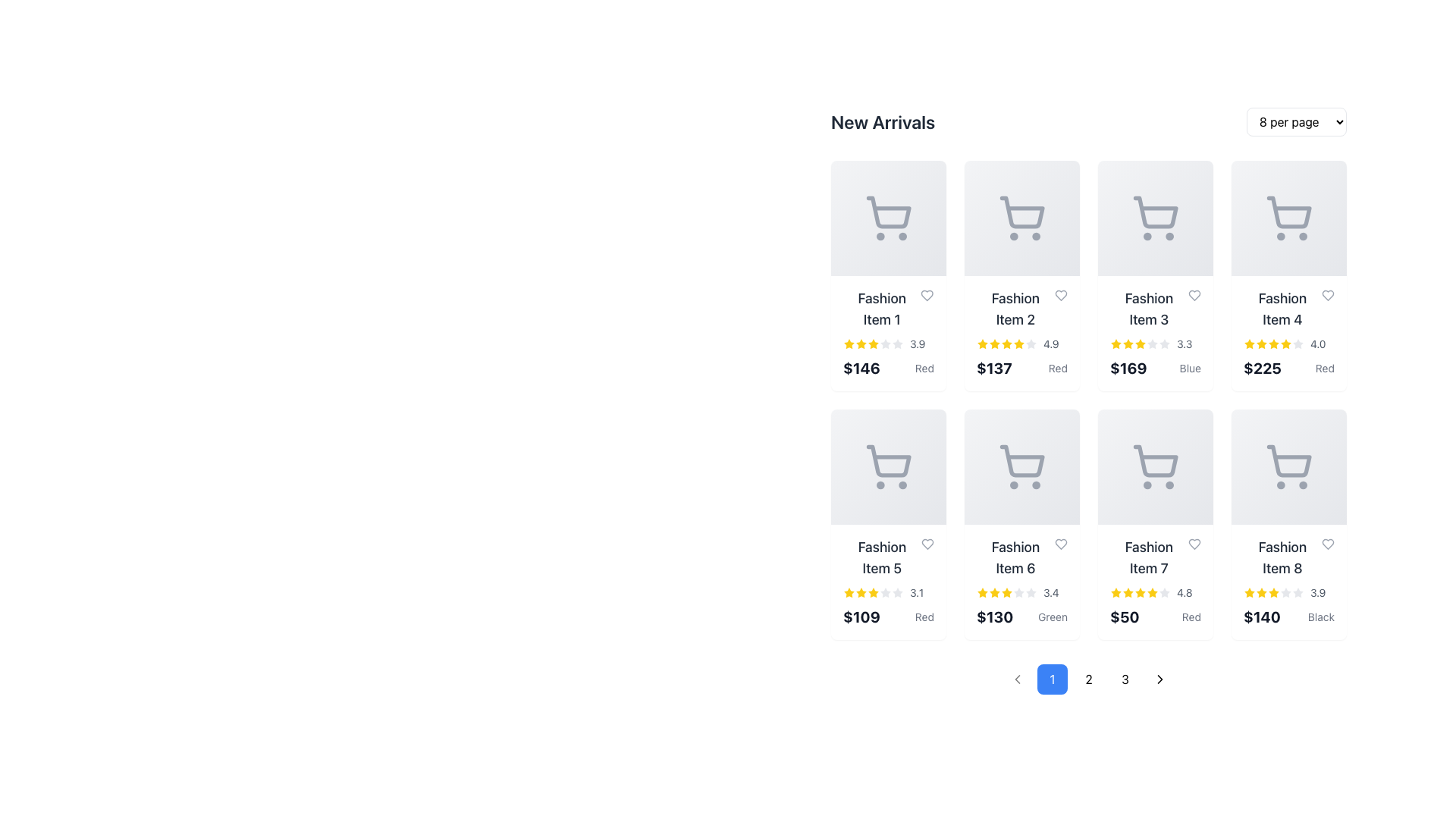 This screenshot has height=819, width=1456. I want to click on the chevron arrow icon located at the bottom right of the navigation interface, so click(1159, 678).